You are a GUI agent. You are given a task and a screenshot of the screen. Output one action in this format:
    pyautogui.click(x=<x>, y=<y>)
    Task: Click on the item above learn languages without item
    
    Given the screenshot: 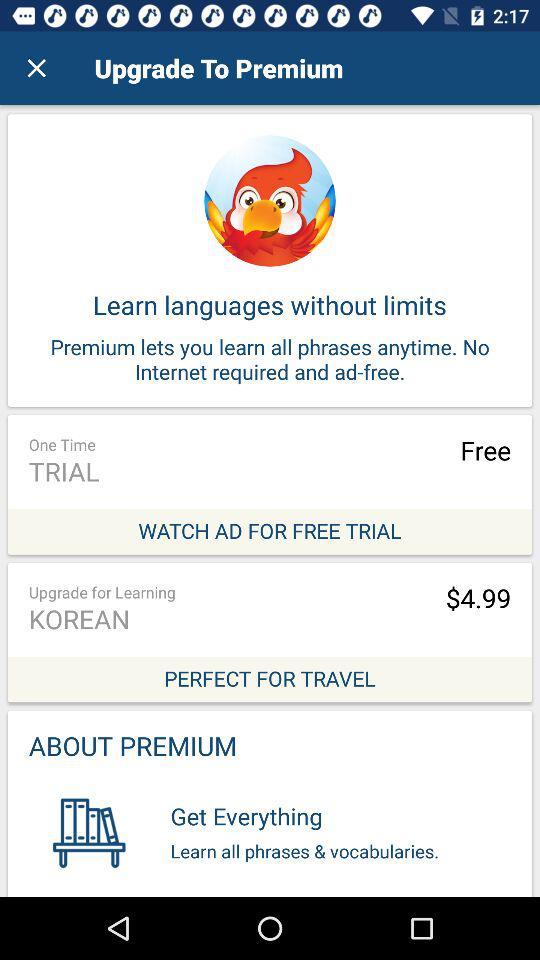 What is the action you would take?
    pyautogui.click(x=36, y=68)
    